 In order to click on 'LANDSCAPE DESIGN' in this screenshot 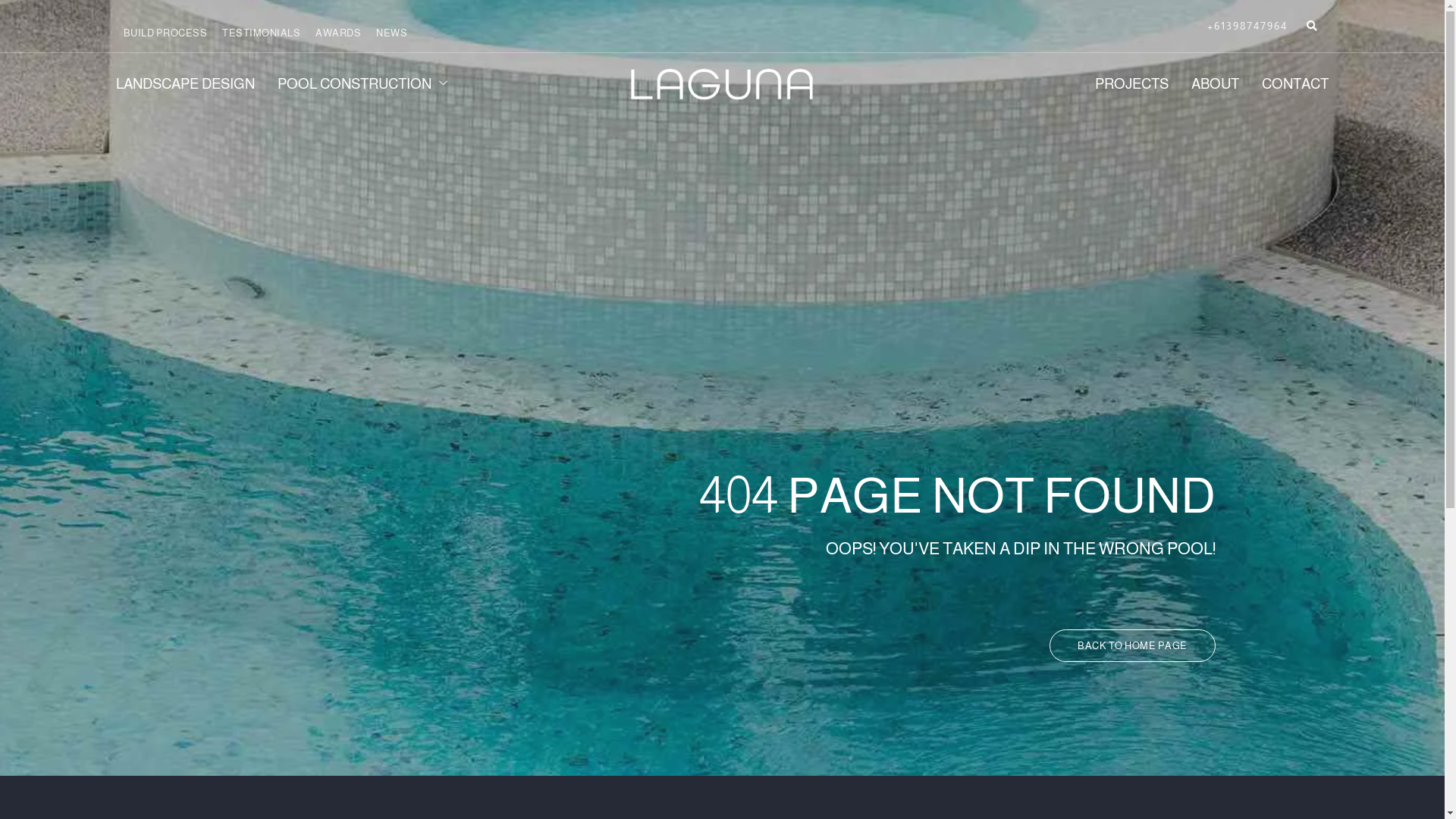, I will do `click(195, 84)`.